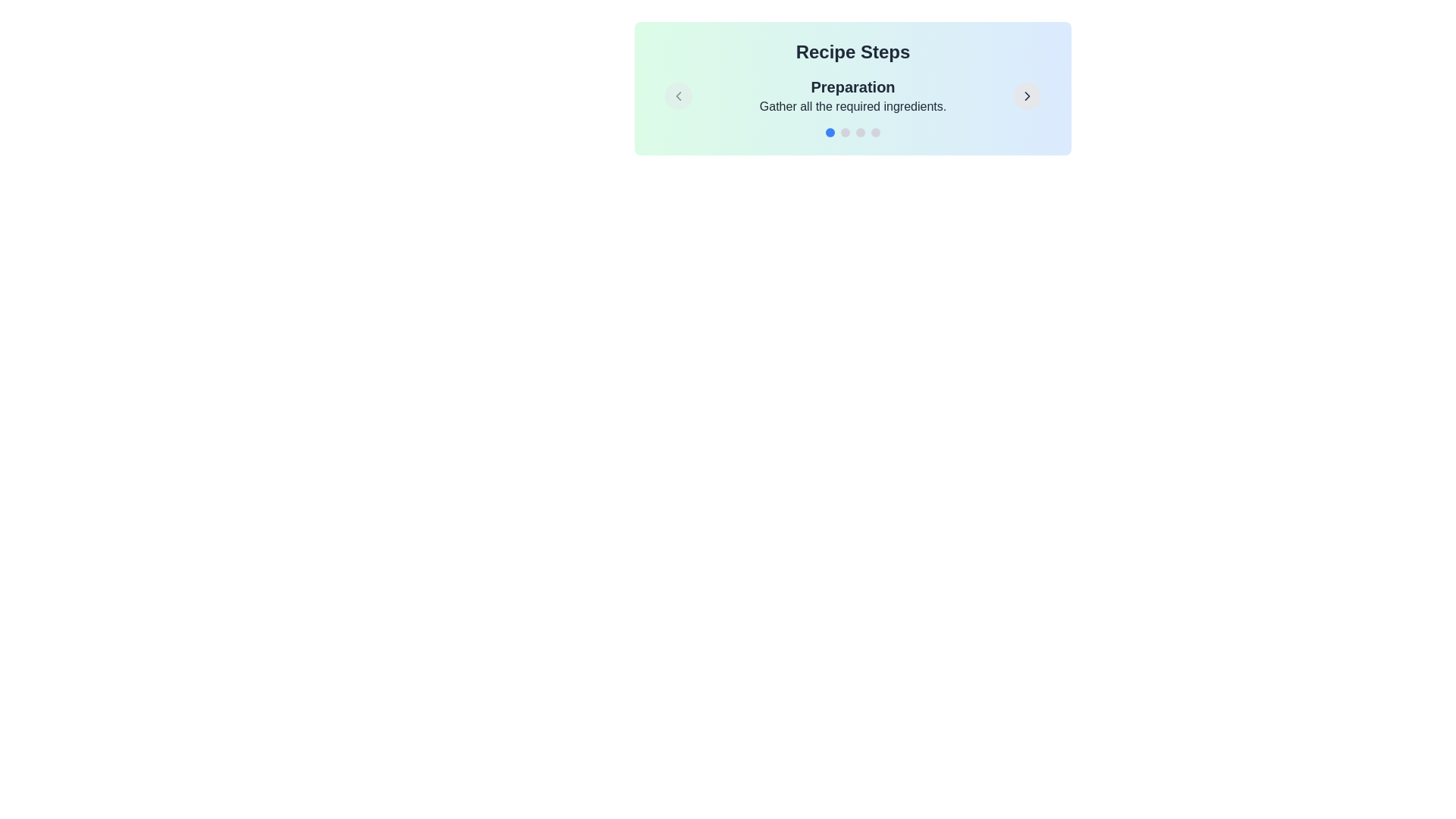 Image resolution: width=1456 pixels, height=819 pixels. I want to click on the right-pointing arrow icon within the circular button on the right side of the 'Recipe Steps' card, so click(1027, 96).